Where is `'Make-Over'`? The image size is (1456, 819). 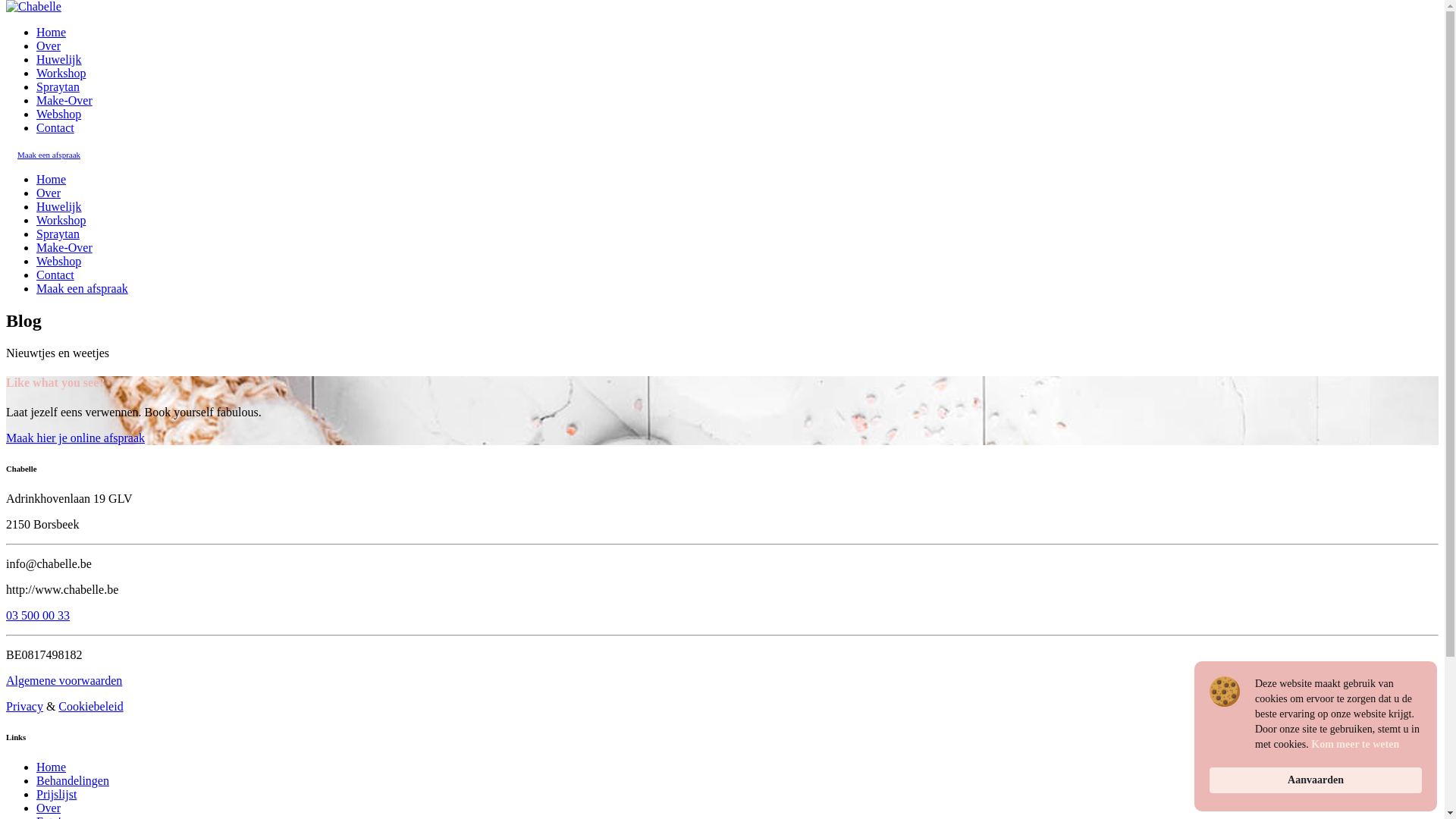
'Make-Over' is located at coordinates (64, 246).